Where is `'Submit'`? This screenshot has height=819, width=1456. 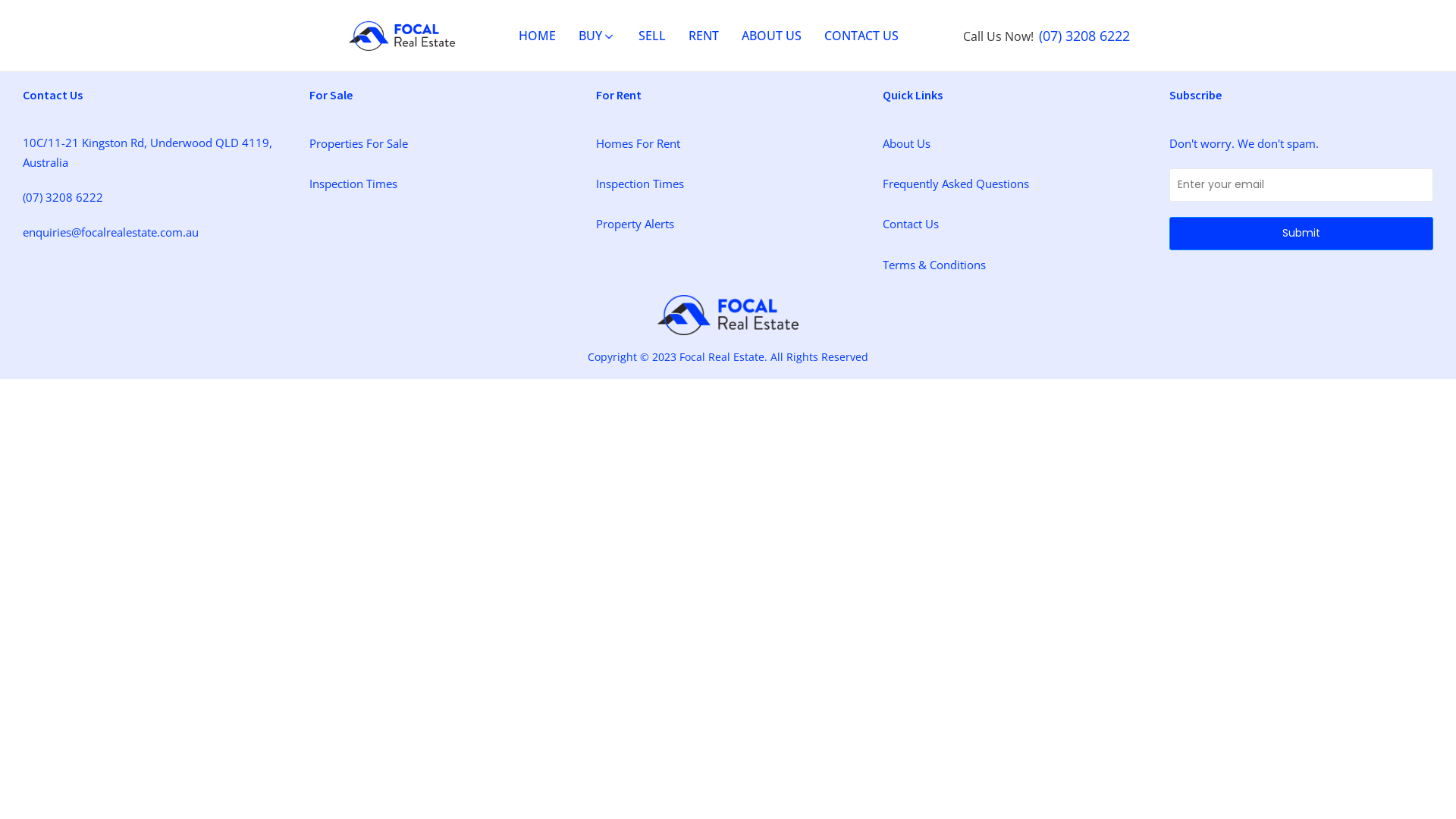
'Submit' is located at coordinates (1301, 234).